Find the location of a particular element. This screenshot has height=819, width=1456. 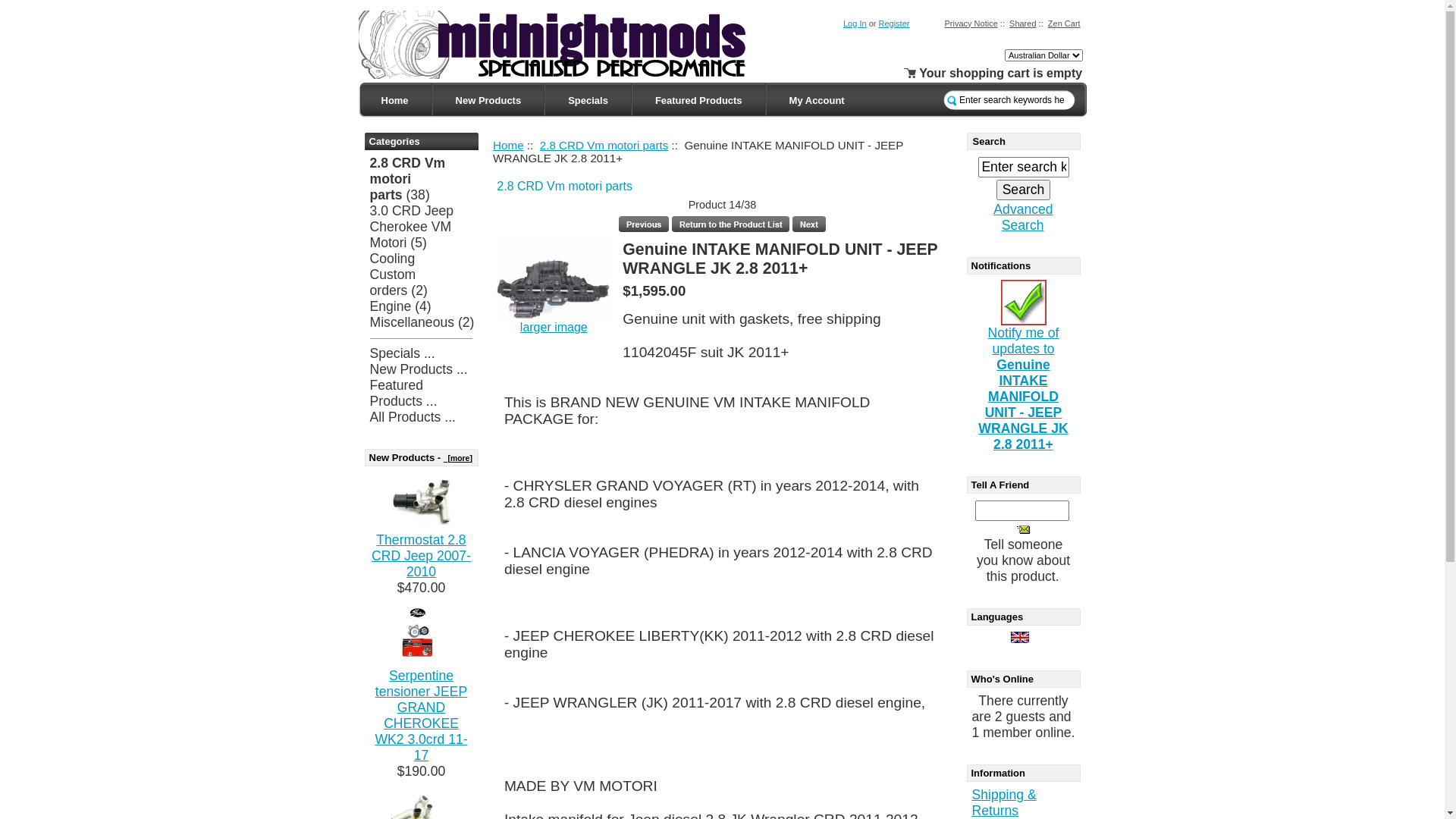

'Log In' is located at coordinates (855, 23).